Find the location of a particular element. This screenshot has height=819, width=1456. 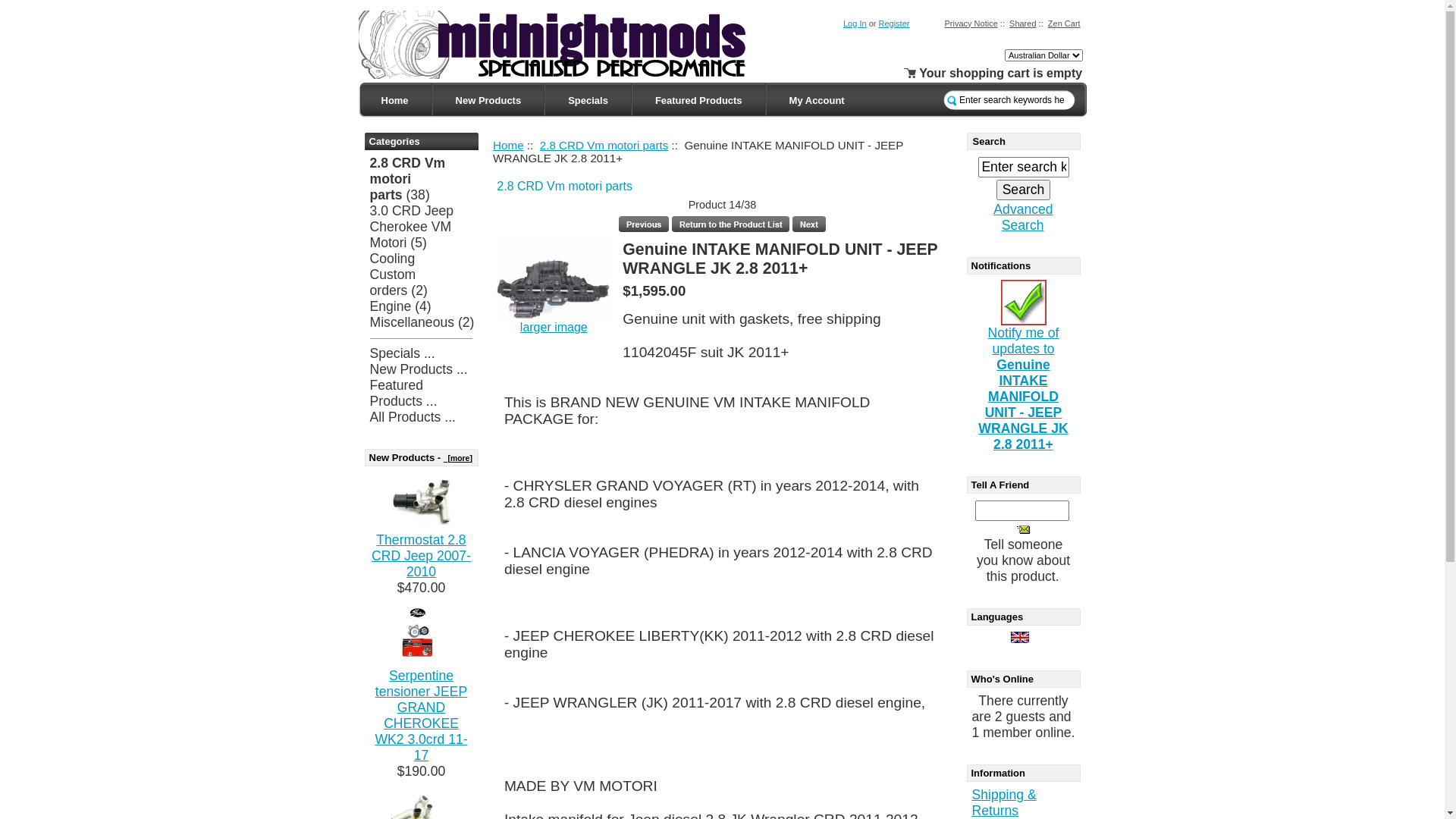

'Log In' is located at coordinates (855, 23).